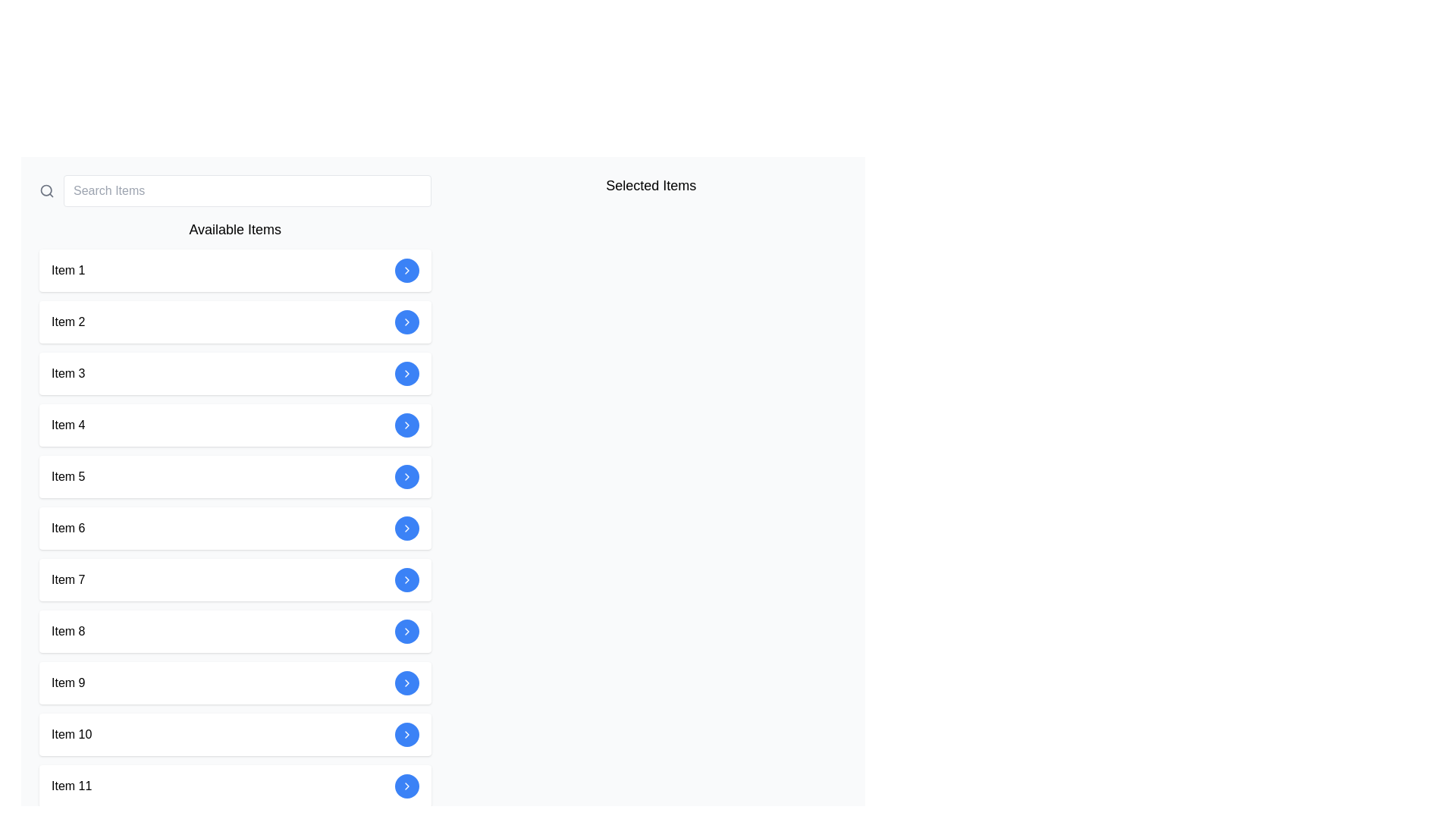 This screenshot has width=1456, height=819. What do you see at coordinates (406, 374) in the screenshot?
I see `the forward navigation button located at the far right end of the 'Item 3' row in the 'Available Items' section` at bounding box center [406, 374].